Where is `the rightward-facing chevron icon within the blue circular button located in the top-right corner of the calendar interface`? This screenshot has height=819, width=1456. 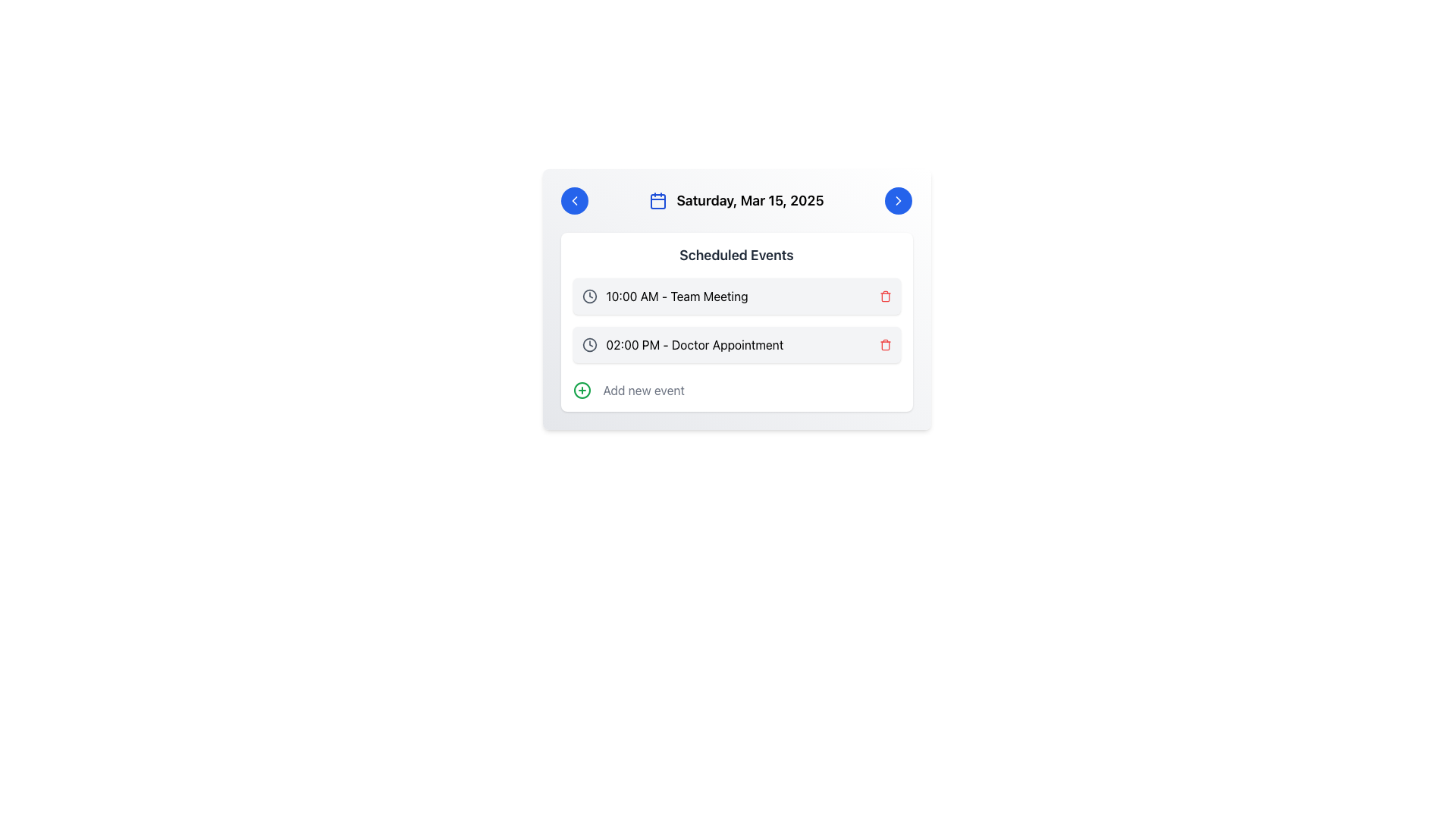
the rightward-facing chevron icon within the blue circular button located in the top-right corner of the calendar interface is located at coordinates (899, 200).